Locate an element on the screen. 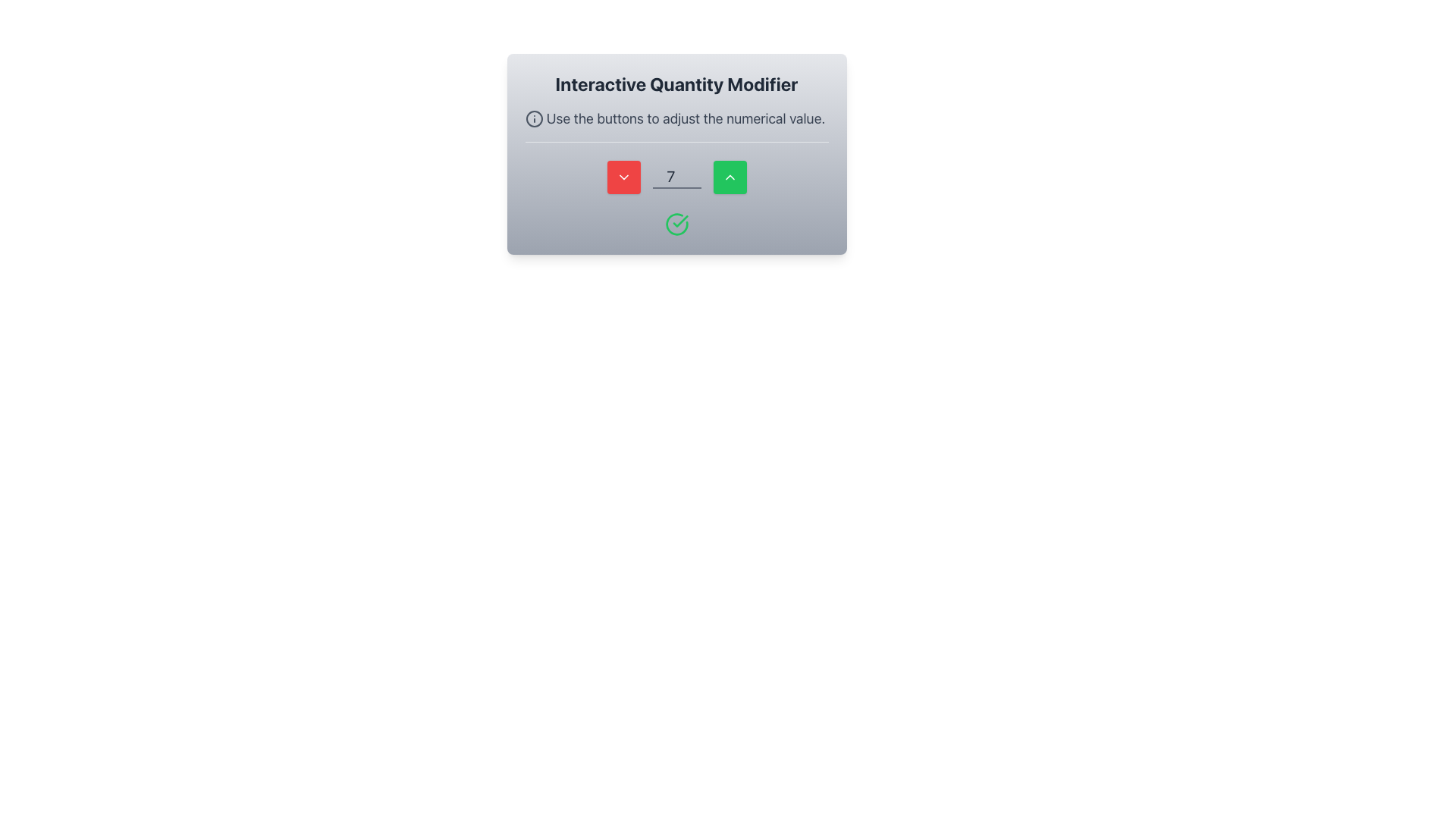 This screenshot has width=1456, height=819. the icon located in the red button on the left side of the central numerical display is located at coordinates (623, 177).